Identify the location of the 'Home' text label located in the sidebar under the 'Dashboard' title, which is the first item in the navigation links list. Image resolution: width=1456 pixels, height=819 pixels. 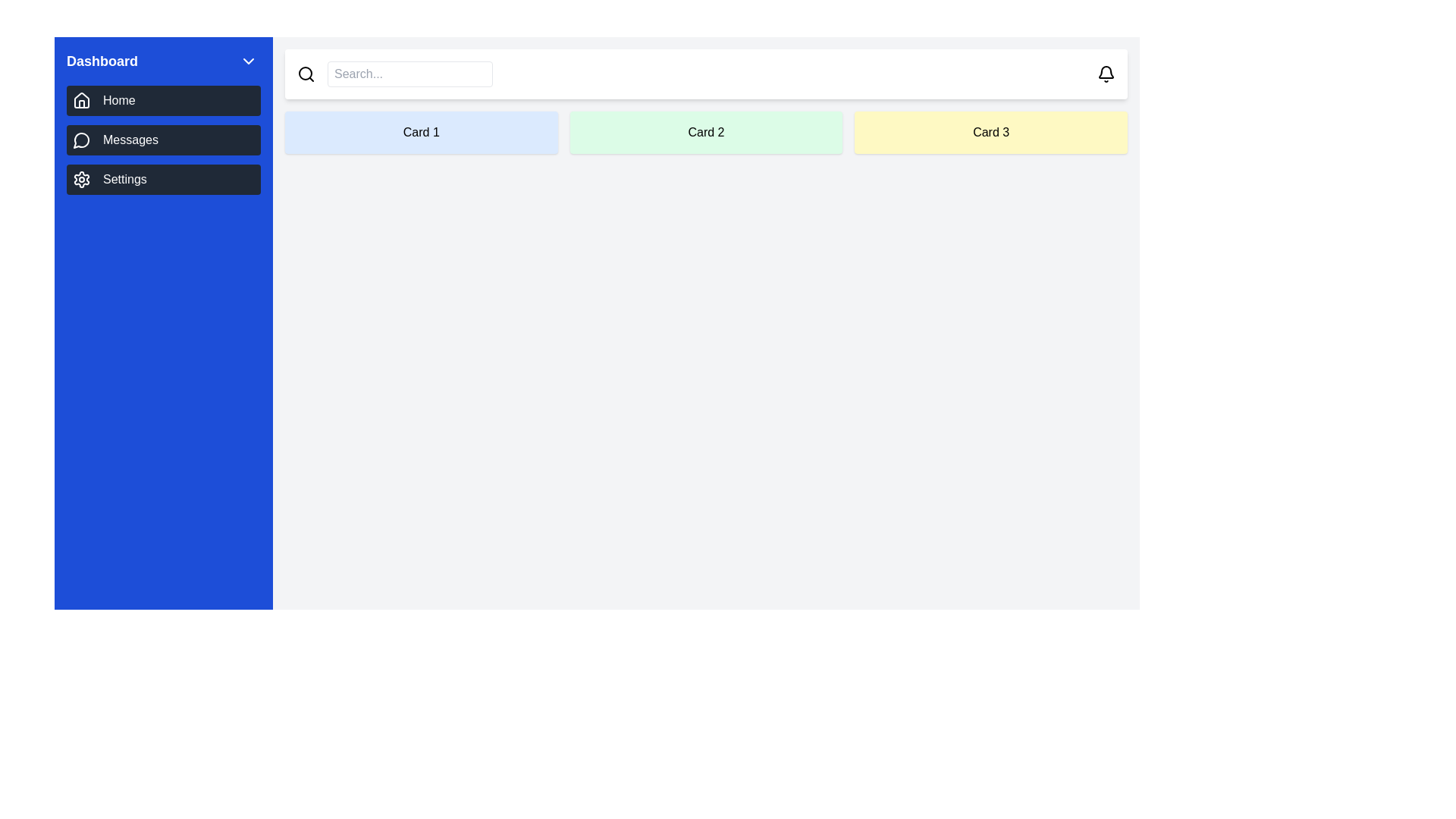
(118, 100).